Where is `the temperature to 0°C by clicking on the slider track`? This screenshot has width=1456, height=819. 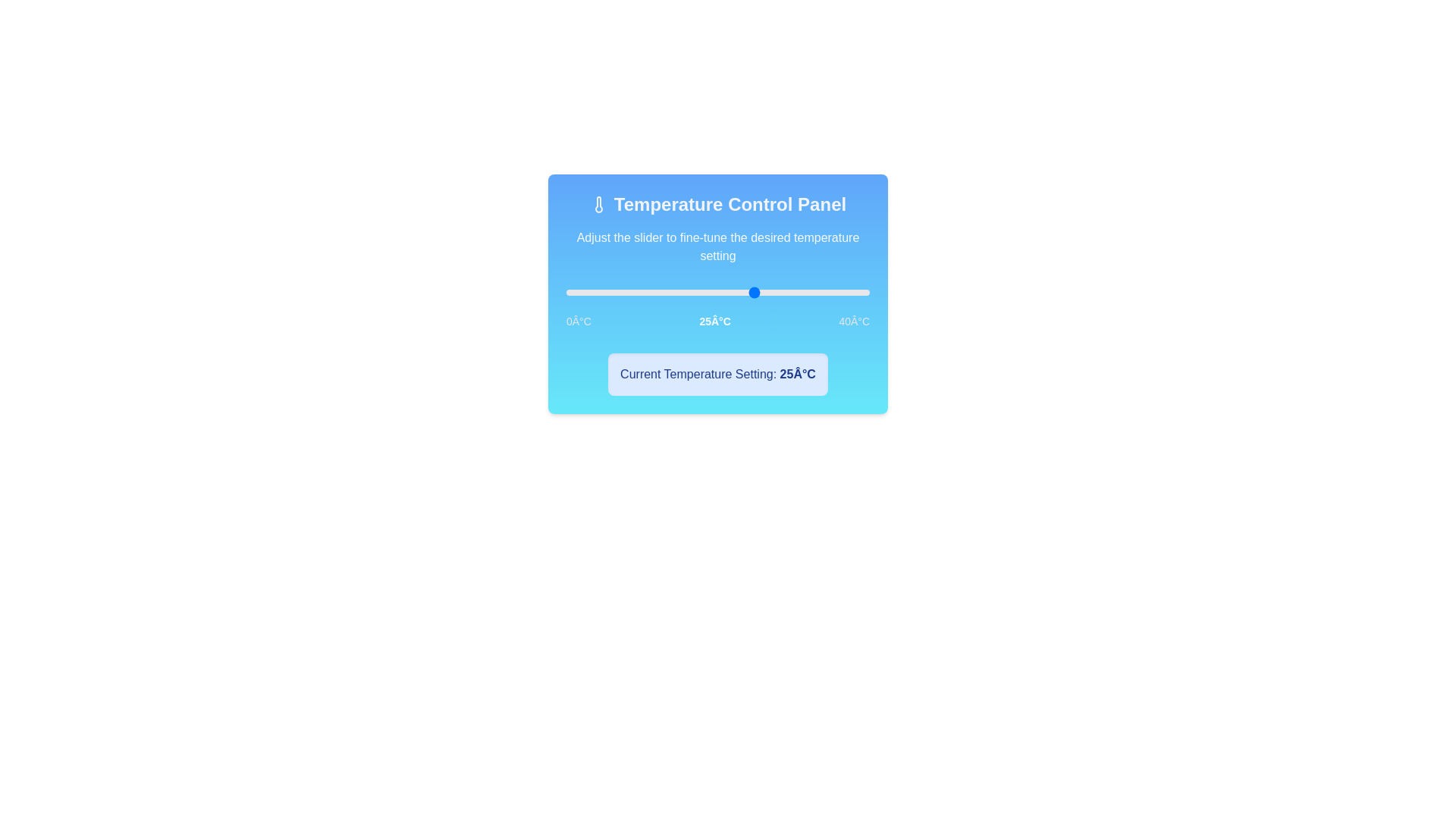 the temperature to 0°C by clicking on the slider track is located at coordinates (566, 292).